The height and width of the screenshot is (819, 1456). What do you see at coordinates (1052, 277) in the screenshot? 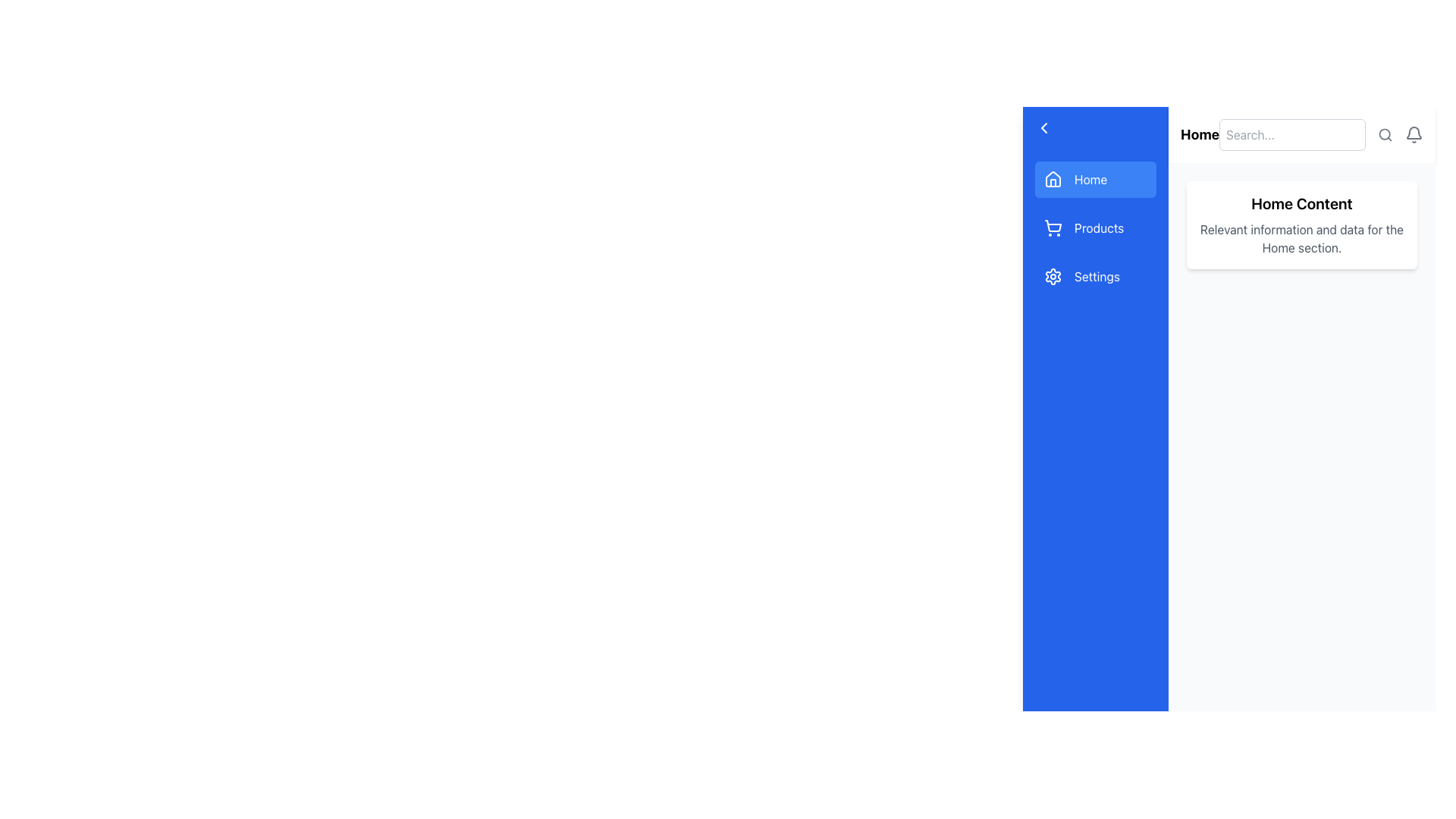
I see `the settings icon, which resembles a cogwheel with a white outline on a blue background, located in the left panel of the interface` at bounding box center [1052, 277].